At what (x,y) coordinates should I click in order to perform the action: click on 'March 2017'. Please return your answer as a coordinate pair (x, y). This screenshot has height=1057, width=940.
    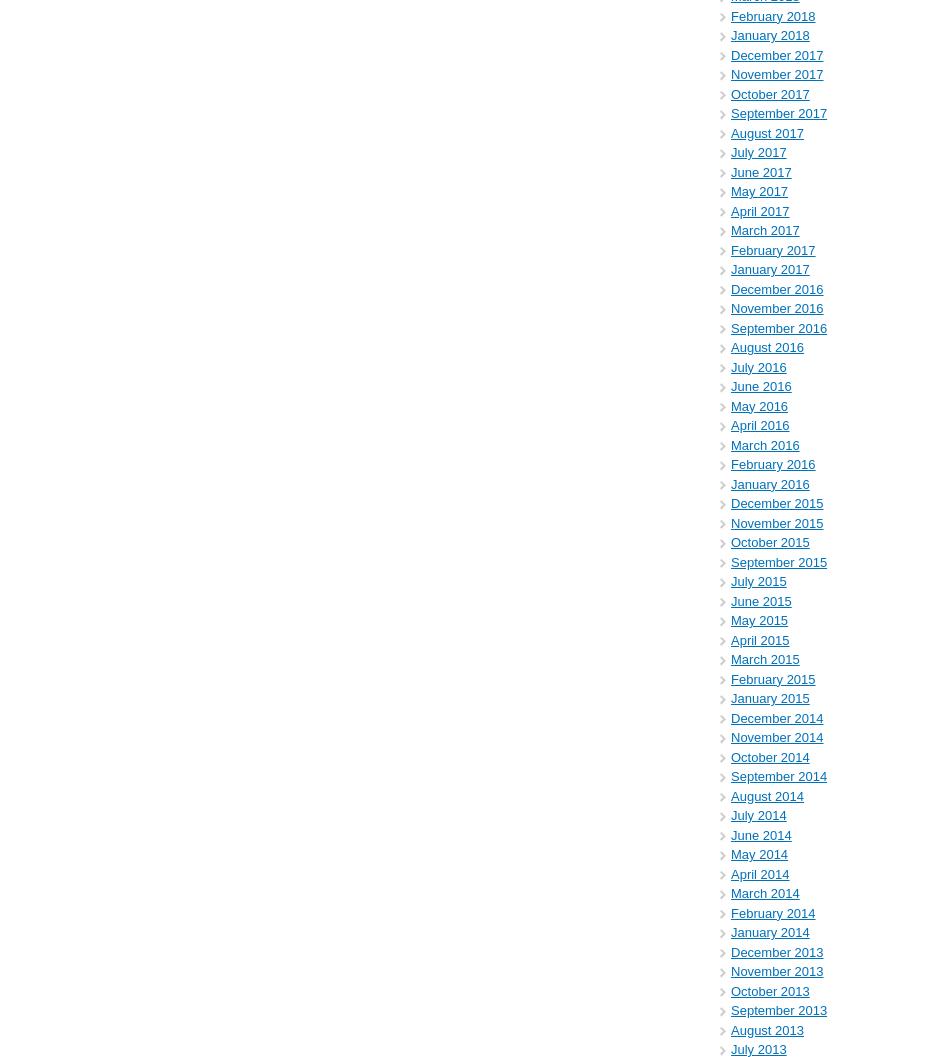
    Looking at the image, I should click on (763, 229).